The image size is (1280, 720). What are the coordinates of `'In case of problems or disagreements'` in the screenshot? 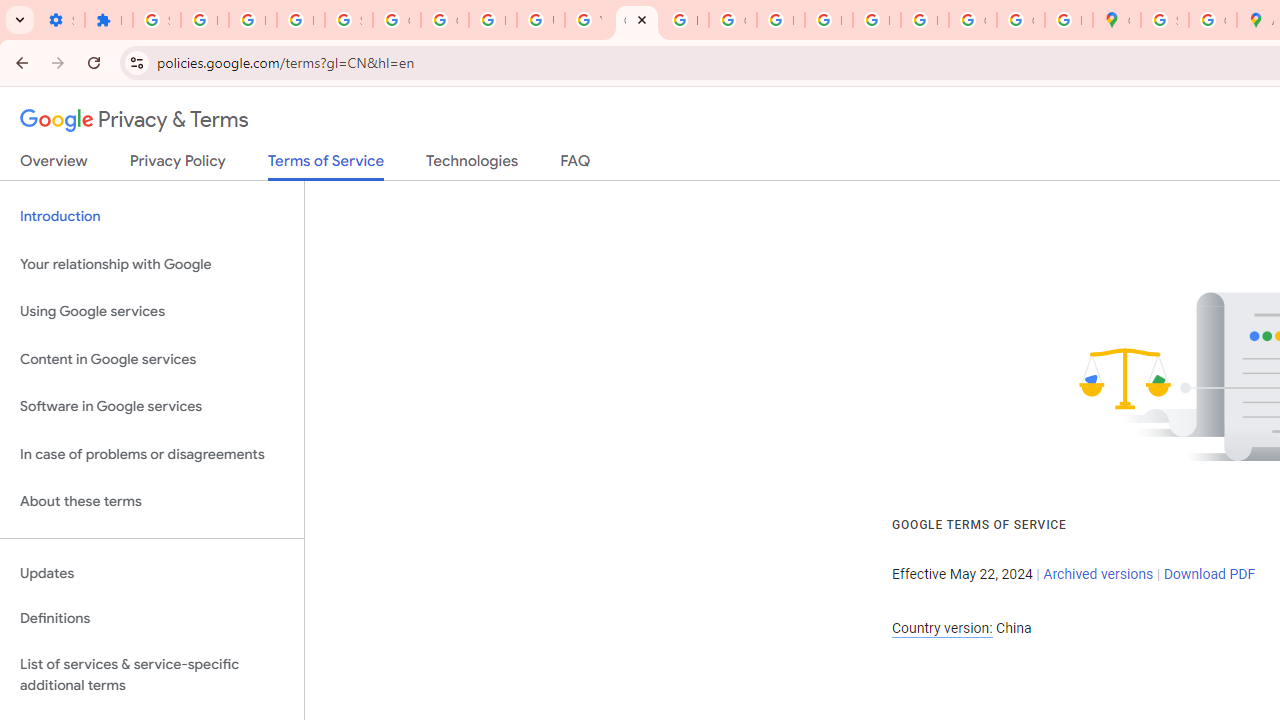 It's located at (151, 454).